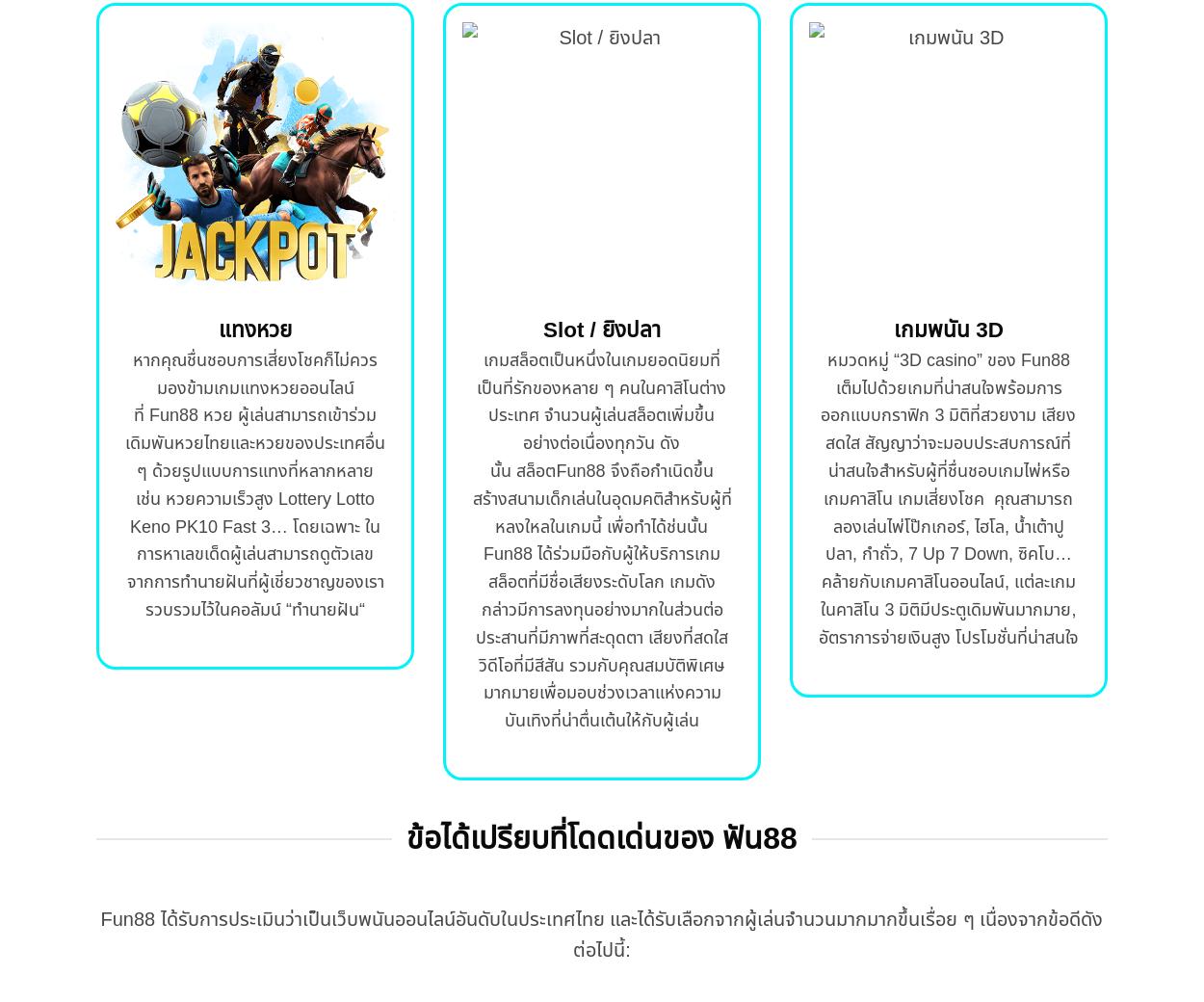 The width and height of the screenshot is (1204, 1002). Describe the element at coordinates (471, 593) in the screenshot. I see `'จึงถือกำเนิดขึ้น สร้างสนามเด็กเล่นในอุดมคติสำหรับผู้ที่หลงใหลในเกมนี้ เพื่อทำได้ช่นนั้น Fun88 ได้ร่วมมือกับผู้ให้บริการเกมสล็อตที่มีชื่อเสียงระดับโลก เกมดังกล่าวมีการลงทุนอย่างมากในส่วนต่อประสานที่มีภาพที่สะดุดตา เสียงที่สดใส วิดีโอที่มีสีสัน รวมกับคุณสมบัติพิเศษมากมายเพื่อมอบช่วงเวลาแห่งความบันเทิงที่น่าตื่นเต้นให้กับผู้เล่น'` at that location.